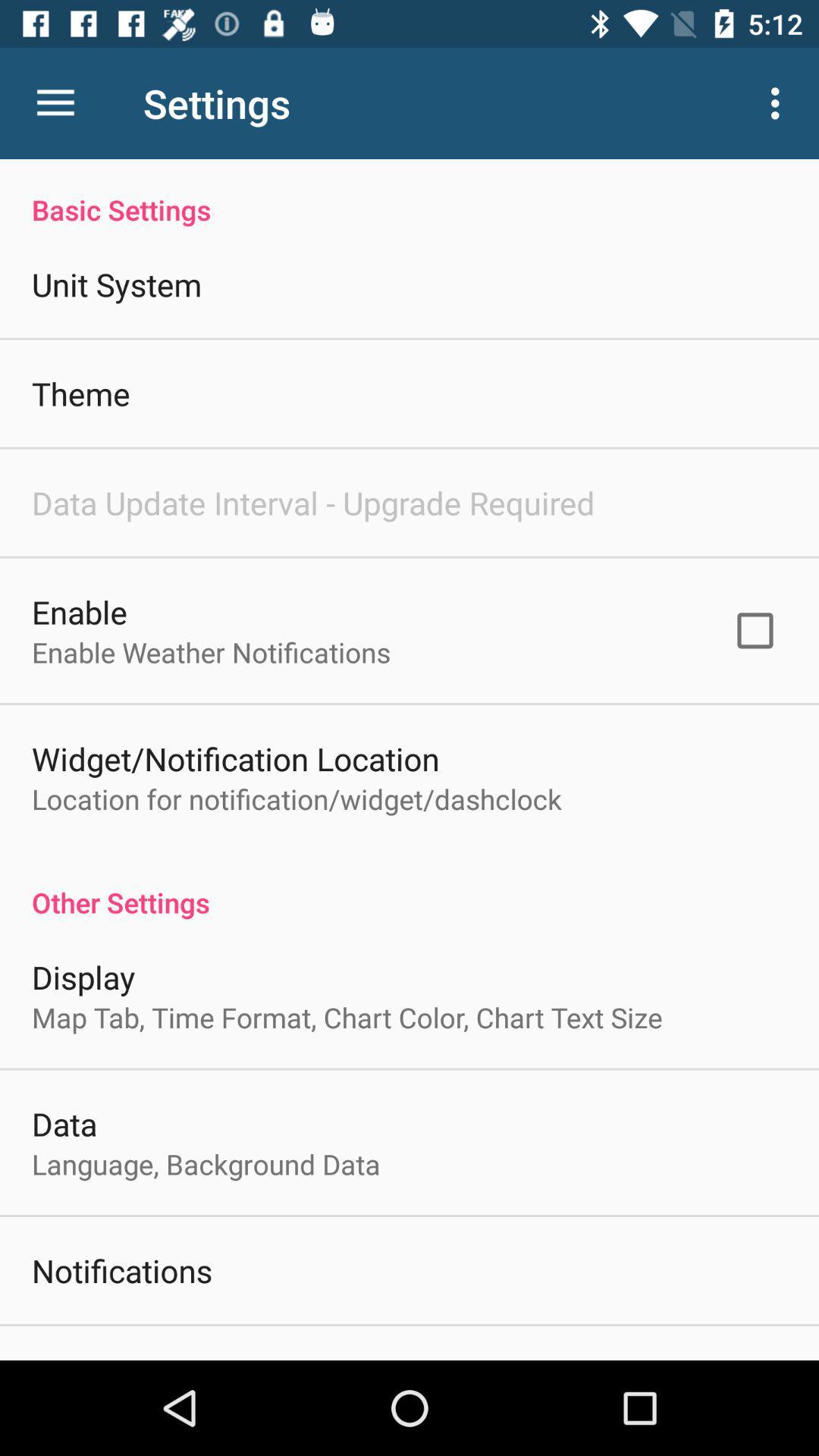 This screenshot has width=819, height=1456. I want to click on the data update interval, so click(312, 502).